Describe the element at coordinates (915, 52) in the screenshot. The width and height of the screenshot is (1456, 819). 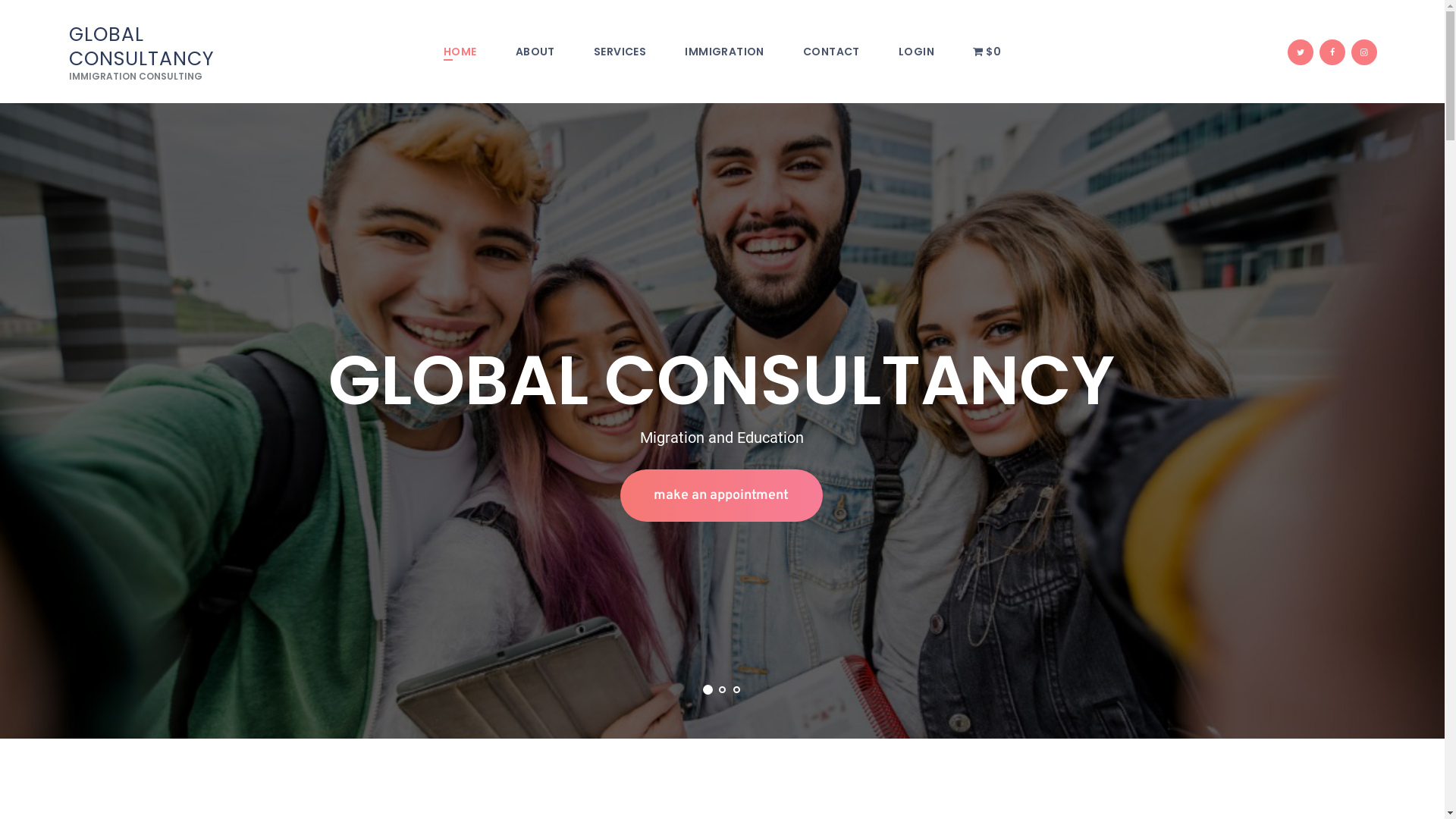
I see `'LOGIN'` at that location.